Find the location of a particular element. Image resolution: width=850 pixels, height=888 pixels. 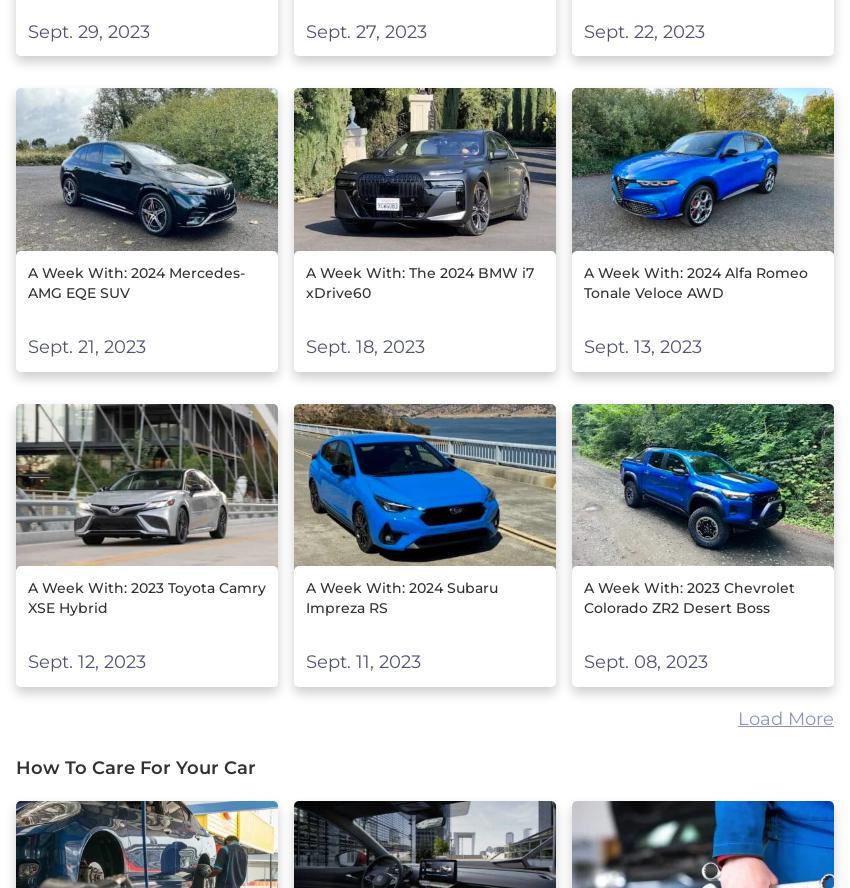

'A Week With: 2024 Alfa Romeo Tonale Veloce AWD' is located at coordinates (693, 281).